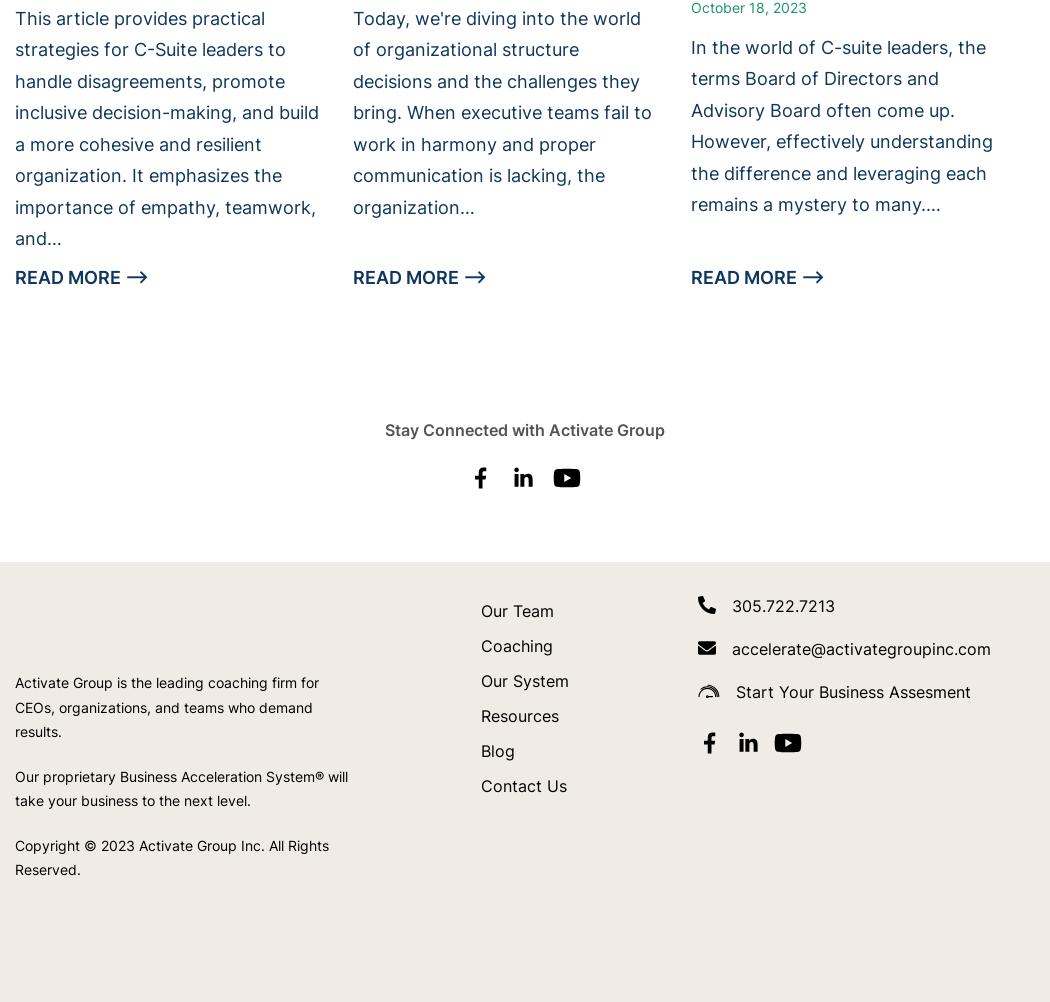 The height and width of the screenshot is (1002, 1050). Describe the element at coordinates (181, 786) in the screenshot. I see `'Our proprietary Business Acceleration System® will take your business to the next level.'` at that location.